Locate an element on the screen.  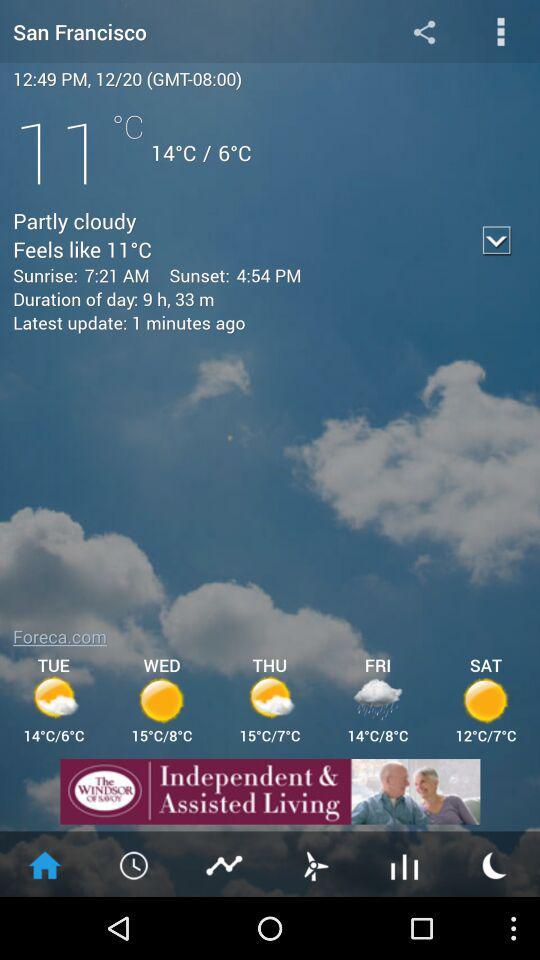
share the article is located at coordinates (270, 791).